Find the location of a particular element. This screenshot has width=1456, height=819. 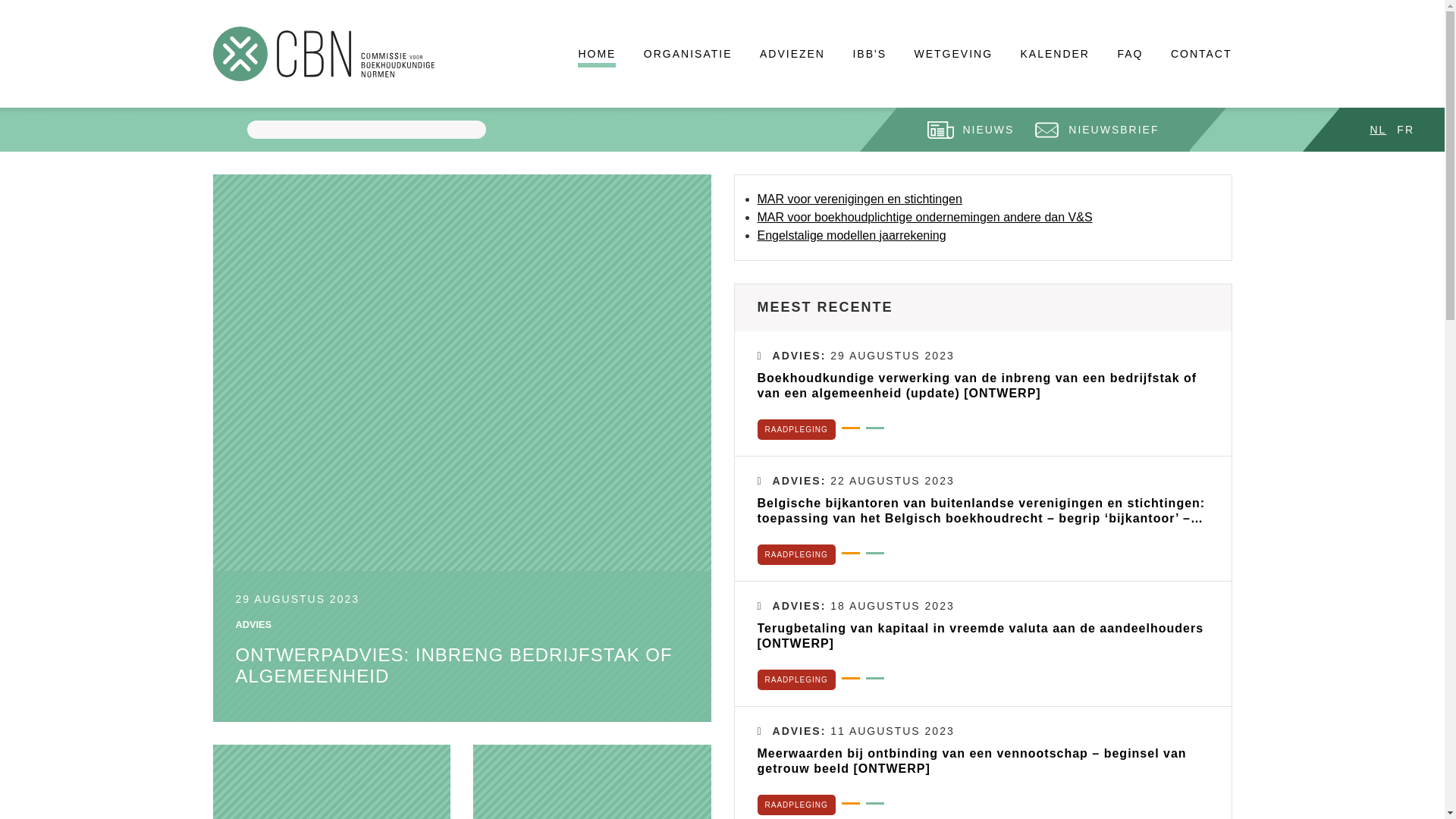

'FR' is located at coordinates (1404, 128).